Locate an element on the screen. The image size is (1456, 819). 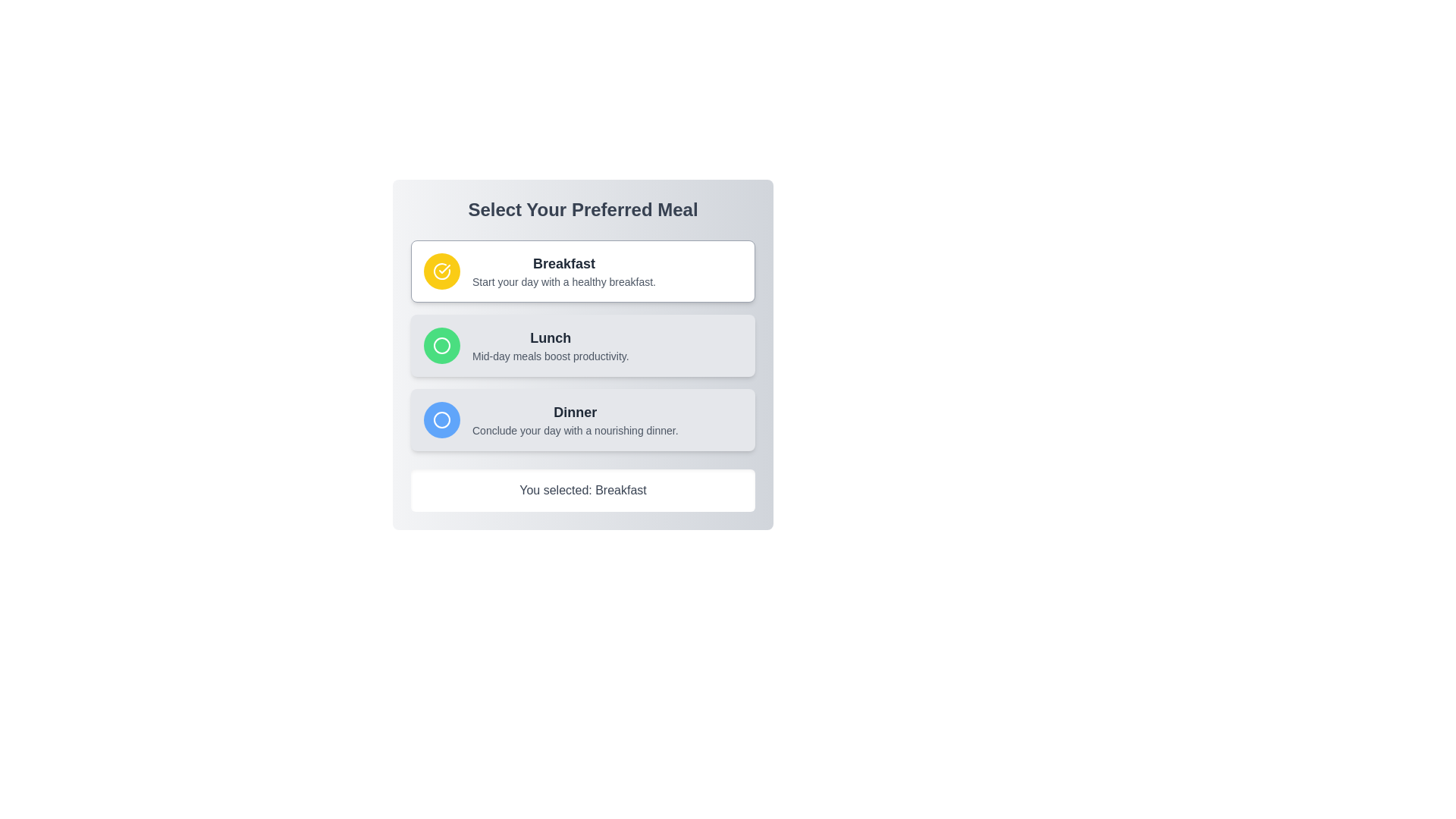
the green circular Decorative icon with a white border, located to the left of the 'Lunch' option in the meal selection list is located at coordinates (441, 345).